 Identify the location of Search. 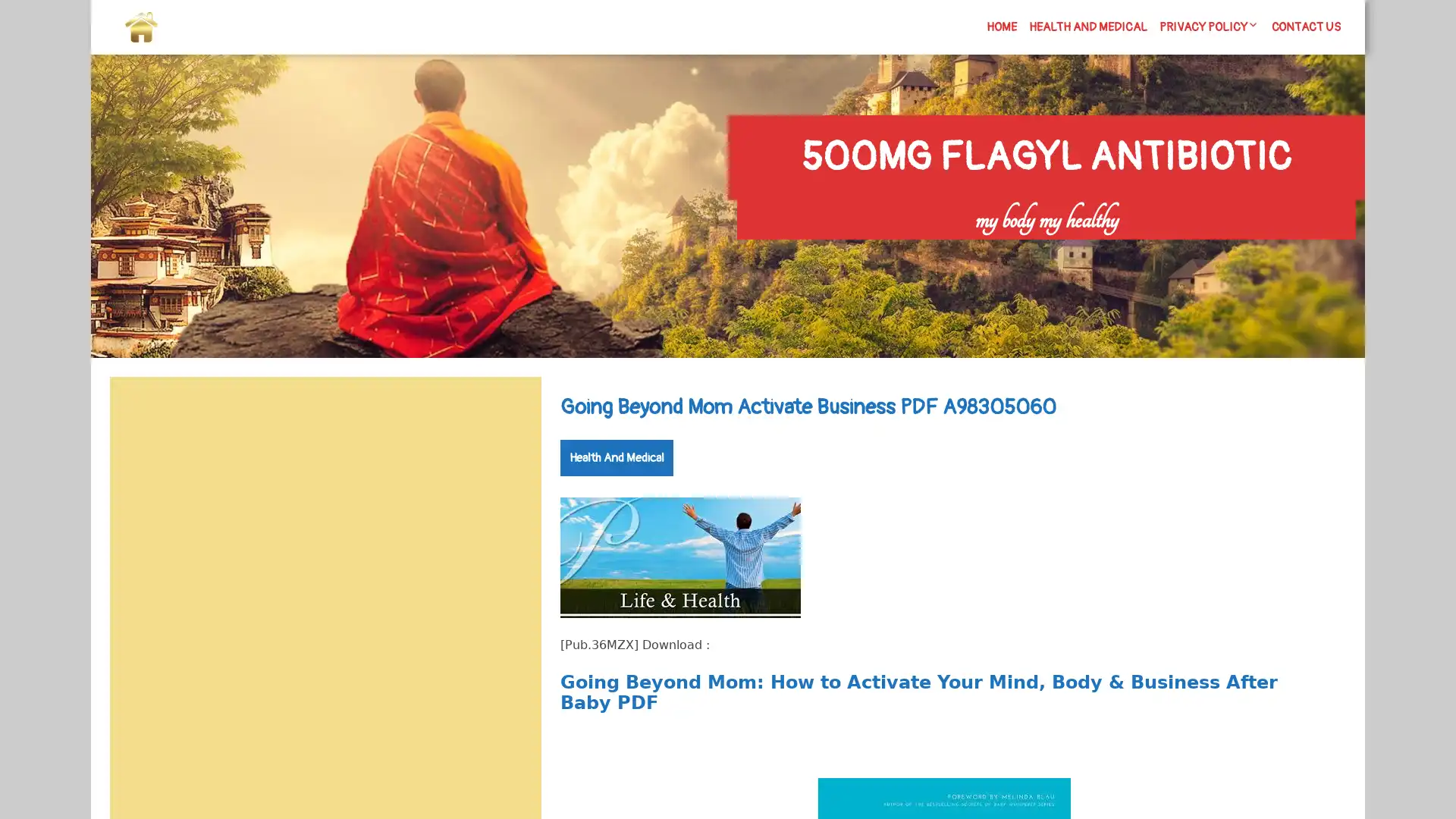
(506, 413).